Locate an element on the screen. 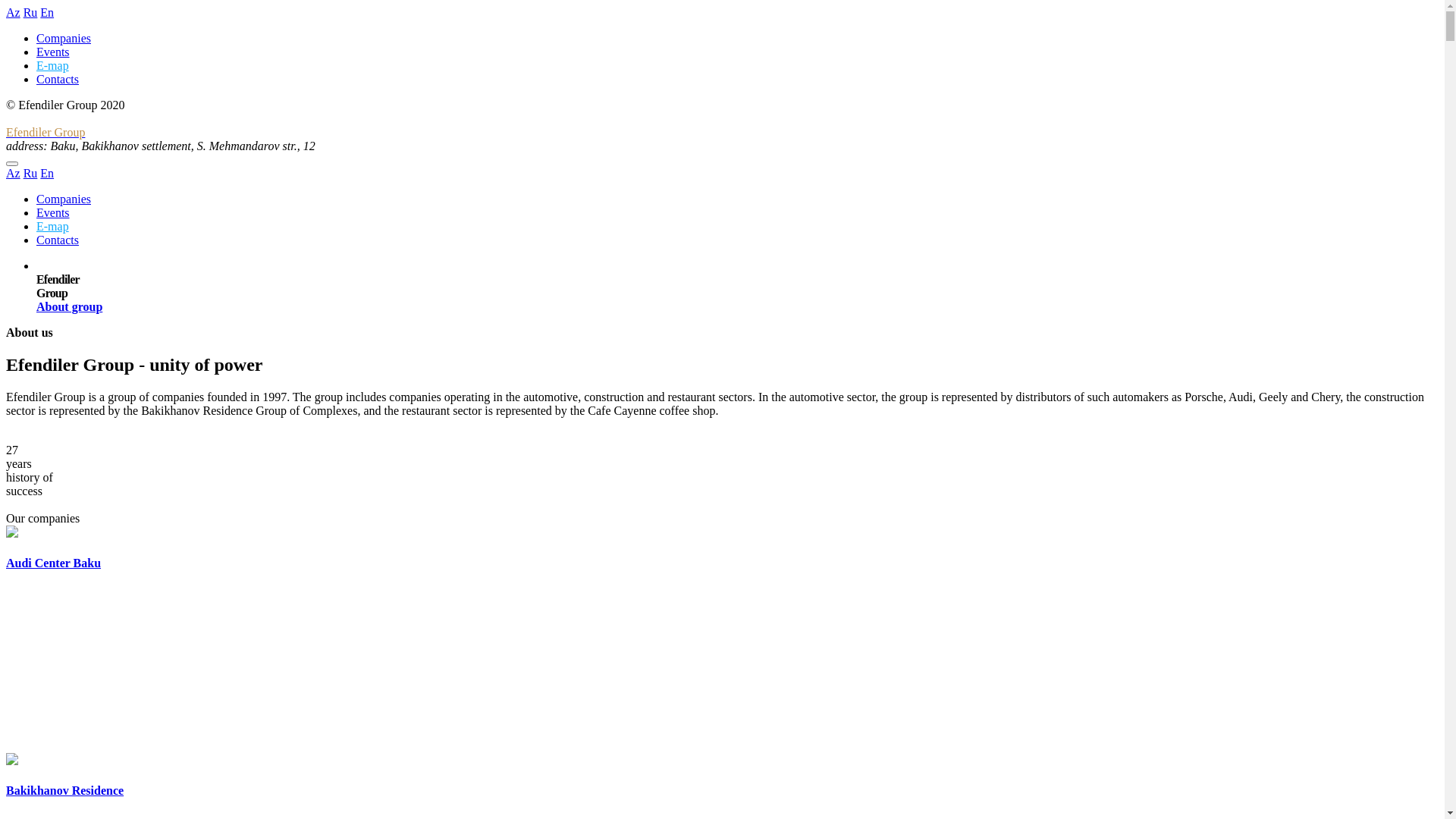 This screenshot has height=819, width=1456. 'E-map' is located at coordinates (52, 64).